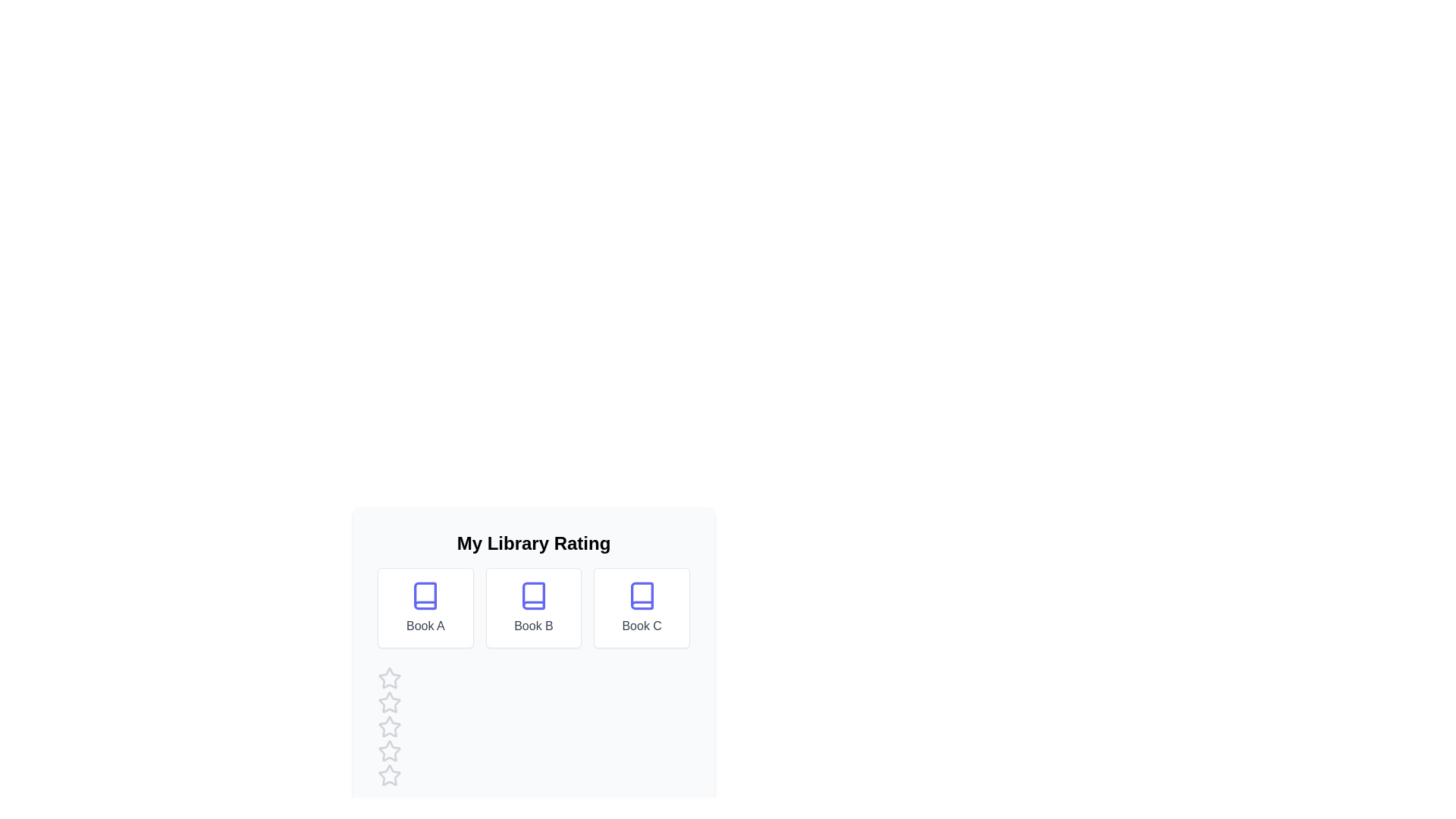 Image resolution: width=1456 pixels, height=819 pixels. I want to click on the star corresponding to 2 to preview the rating, so click(389, 702).